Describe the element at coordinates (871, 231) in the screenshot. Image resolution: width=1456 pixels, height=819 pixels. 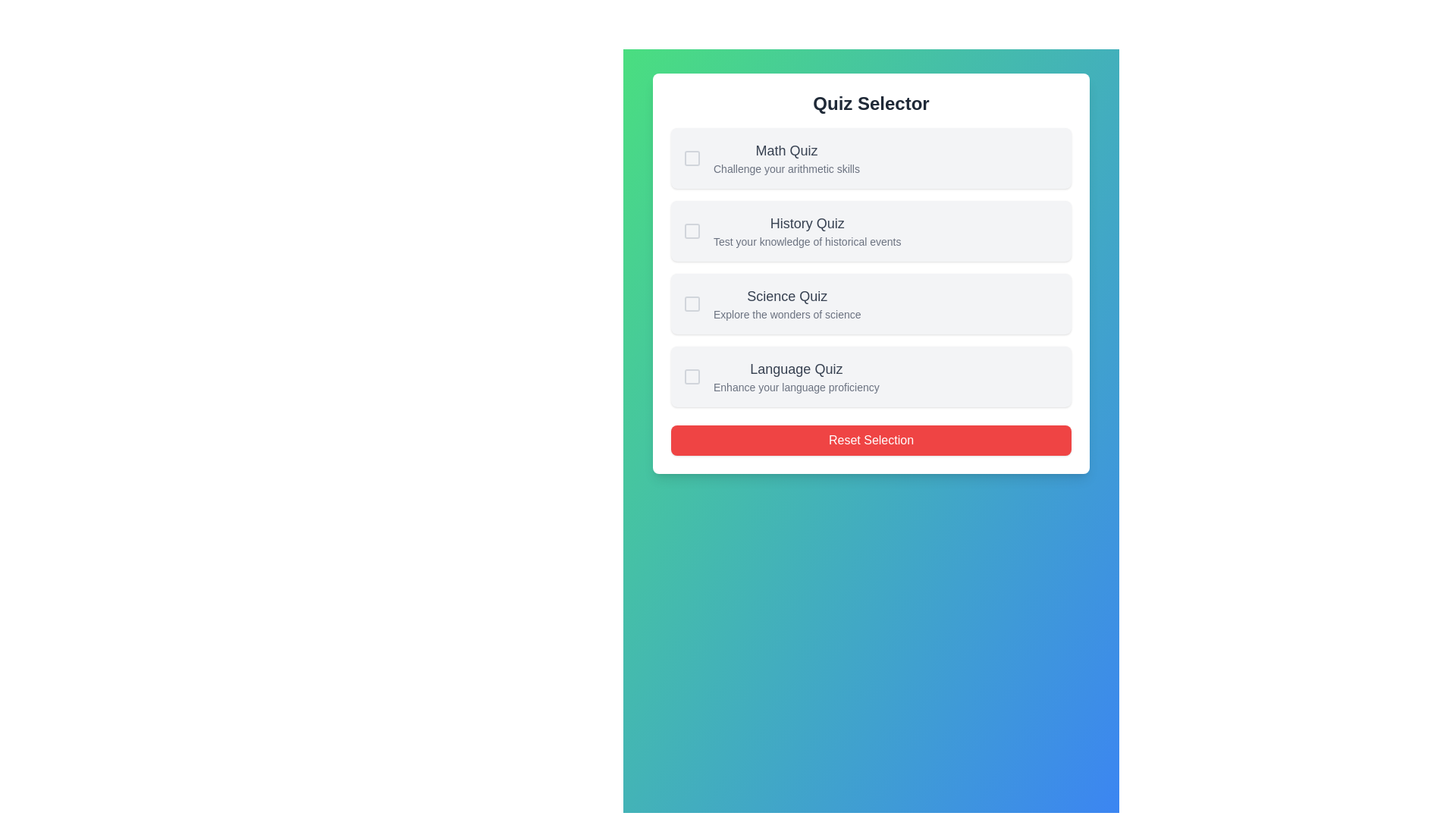
I see `the quiz card for History Quiz` at that location.